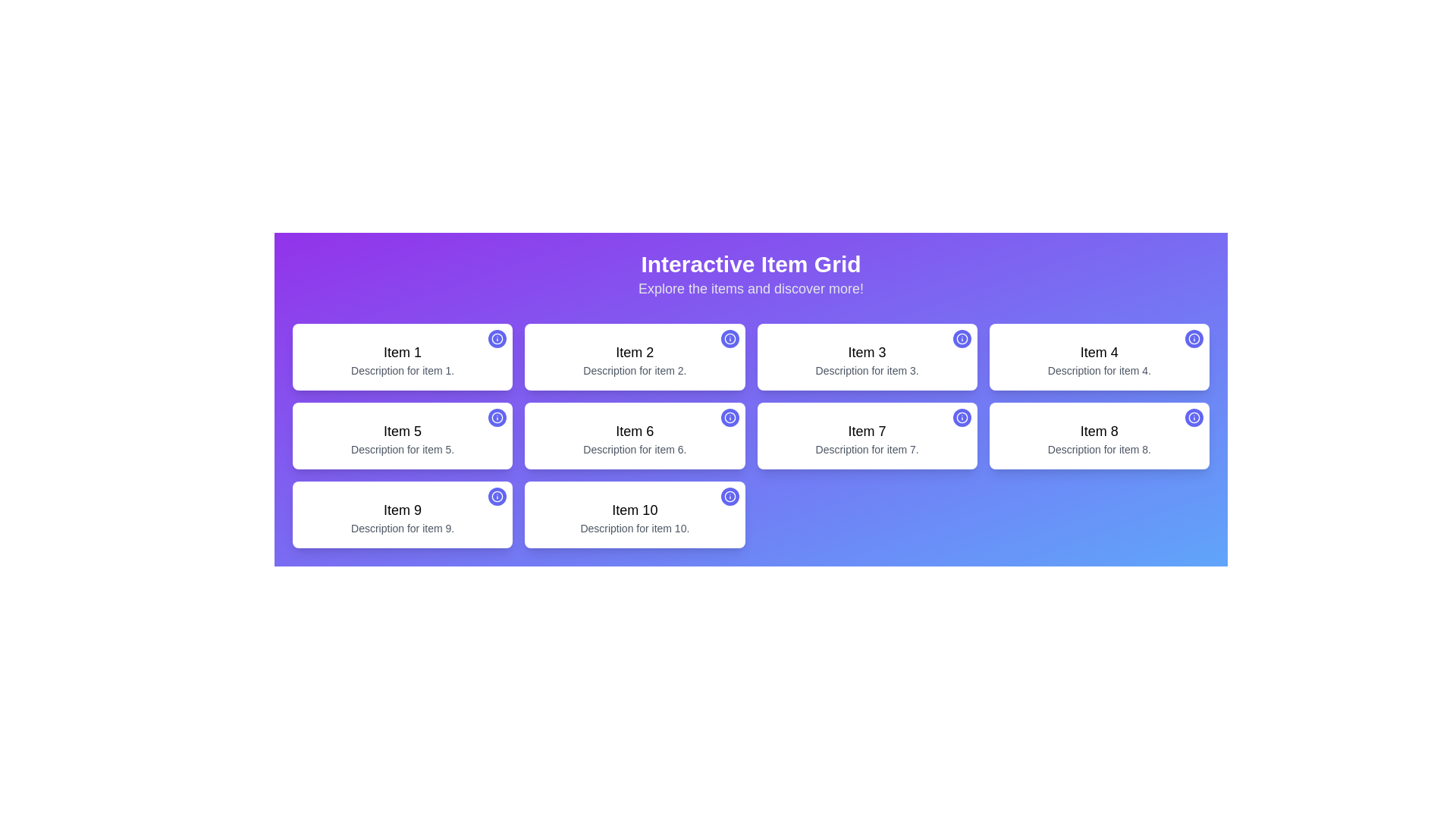 The height and width of the screenshot is (819, 1456). Describe the element at coordinates (961, 338) in the screenshot. I see `the circular information icon with an 'i' symbol at its center, located at the top-right corner of the 'Item 3' card` at that location.